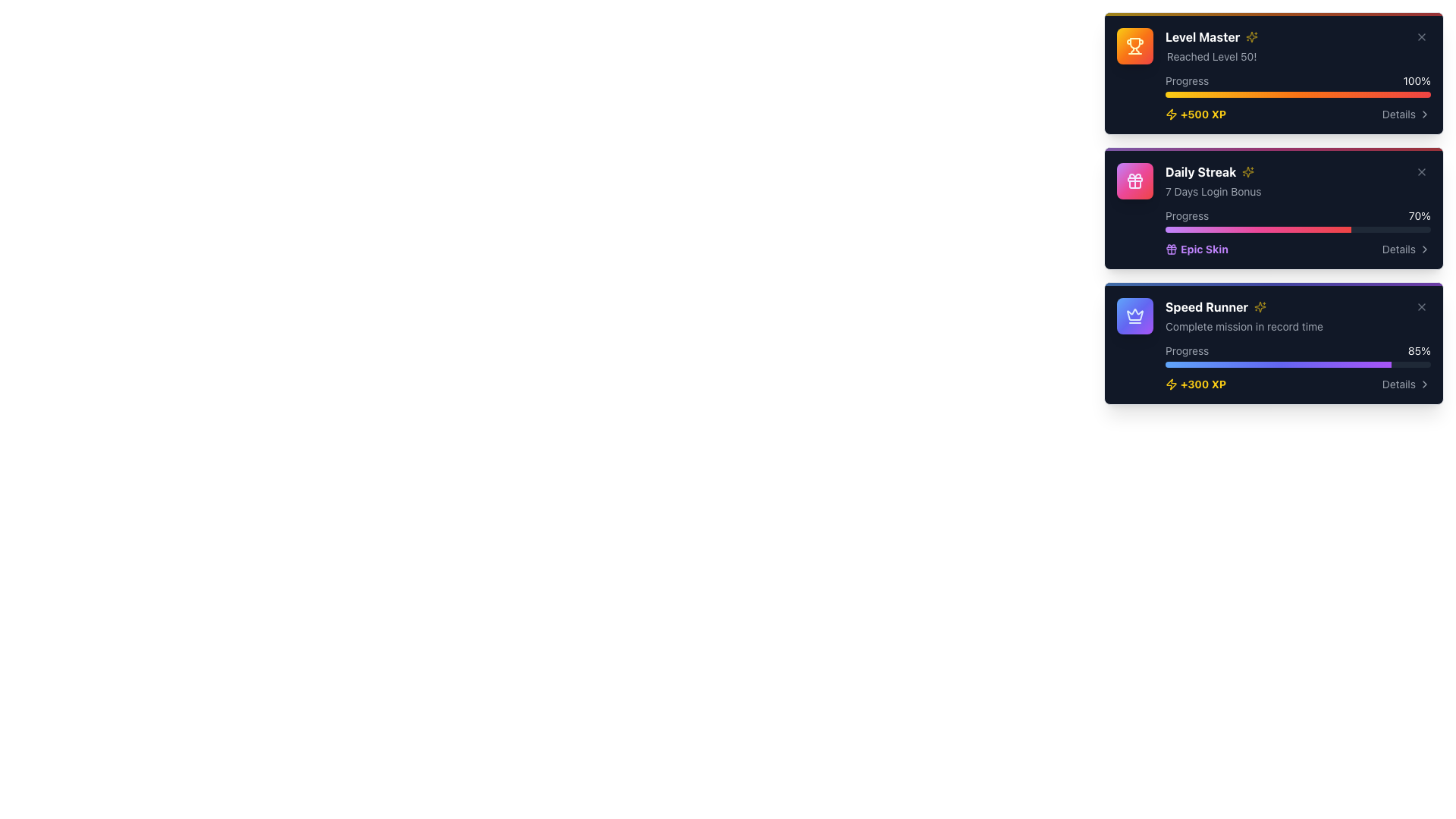 The height and width of the screenshot is (819, 1456). I want to click on the multi-colored gradient progress bar located in the notification card titled 'Level Master ✨', which is situated directly below the 'Progress' label and above the '100%' value, so click(1298, 94).